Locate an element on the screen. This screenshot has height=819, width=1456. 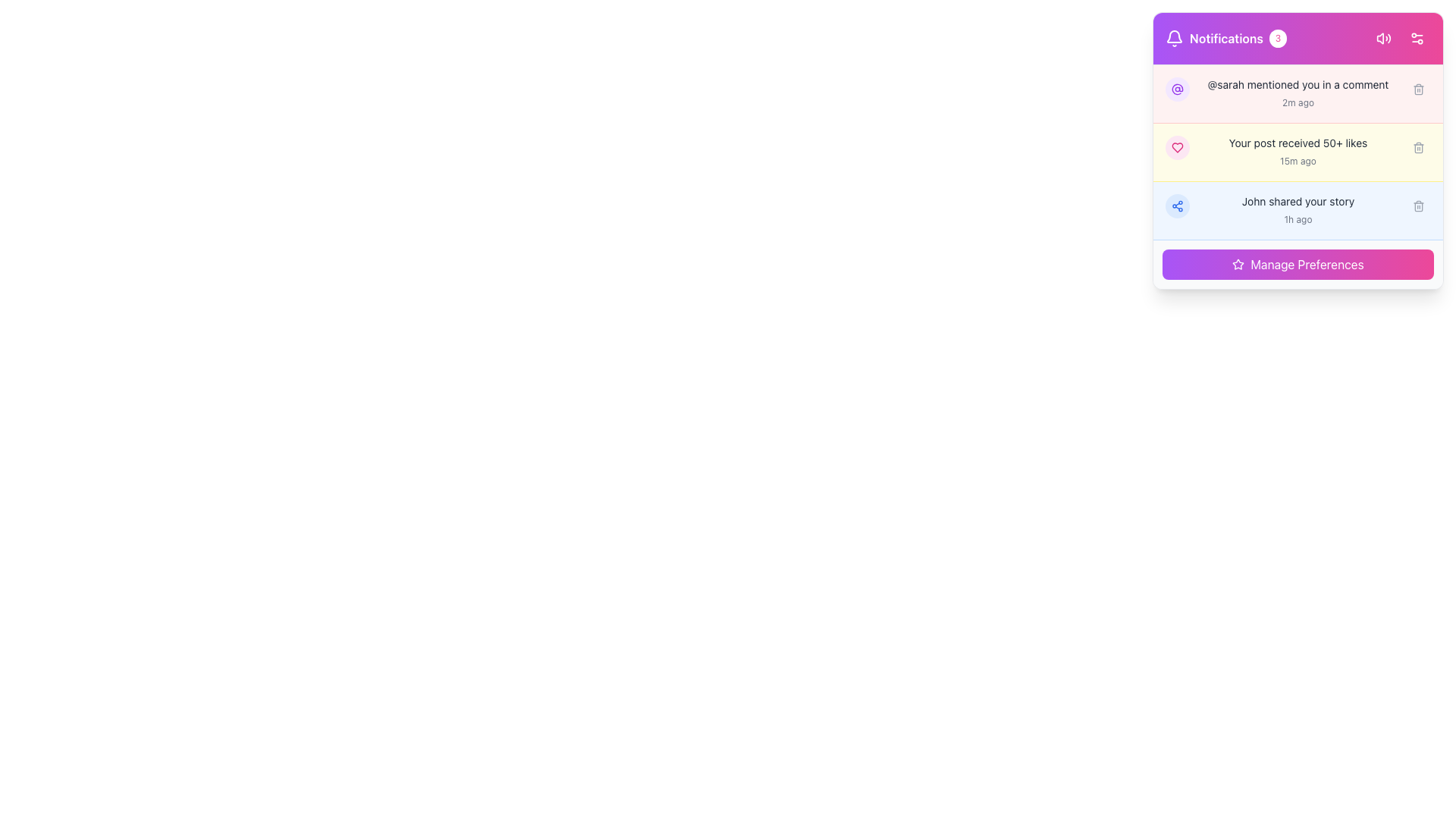
the 'Manage Preferences' button, which has a gradient background from purple to pink and contains a white star icon and white text is located at coordinates (1298, 263).